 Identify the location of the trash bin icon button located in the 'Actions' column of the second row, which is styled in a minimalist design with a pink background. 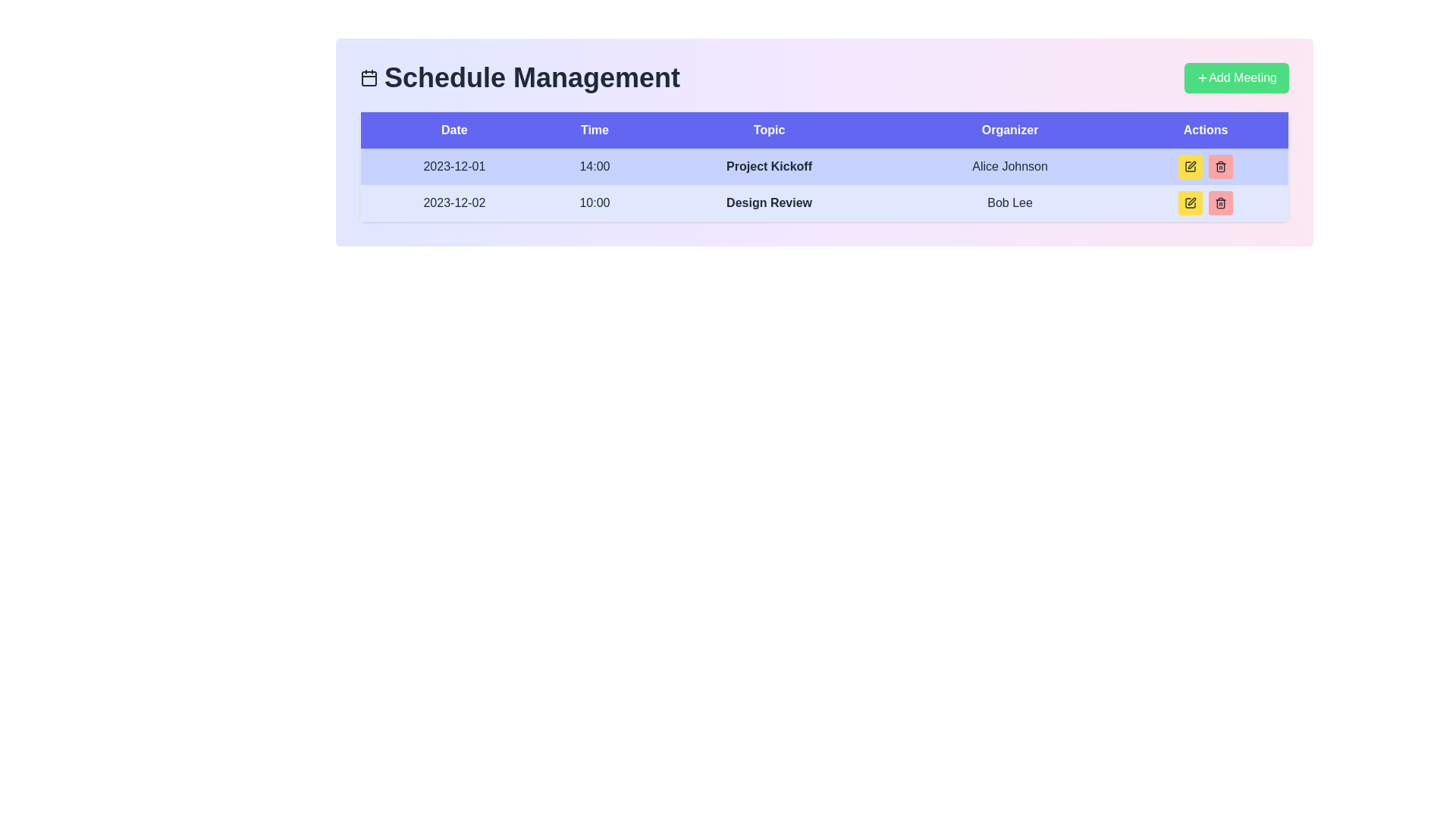
(1221, 166).